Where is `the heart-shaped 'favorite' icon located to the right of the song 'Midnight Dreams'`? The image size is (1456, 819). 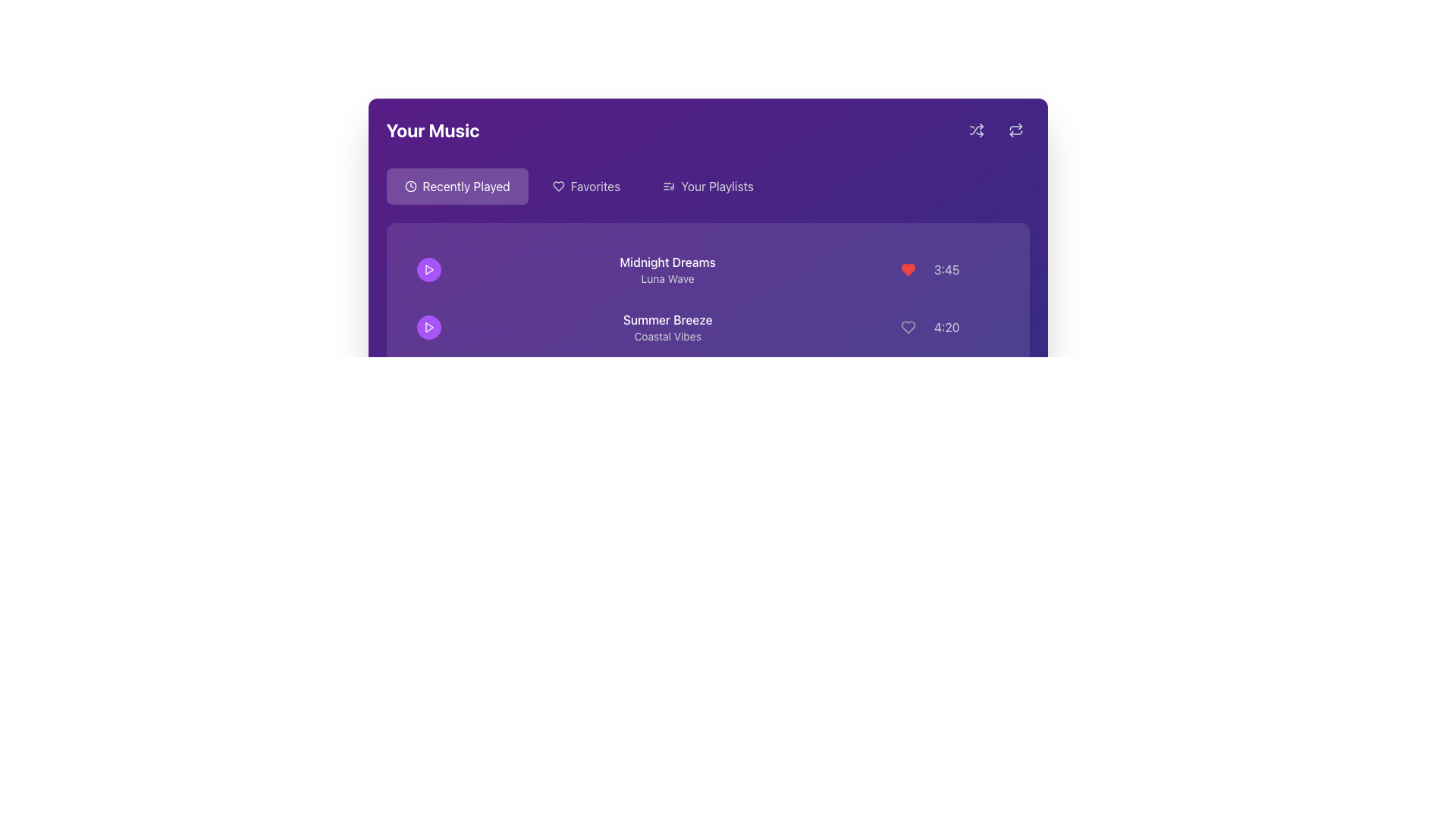 the heart-shaped 'favorite' icon located to the right of the song 'Midnight Dreams' is located at coordinates (908, 268).